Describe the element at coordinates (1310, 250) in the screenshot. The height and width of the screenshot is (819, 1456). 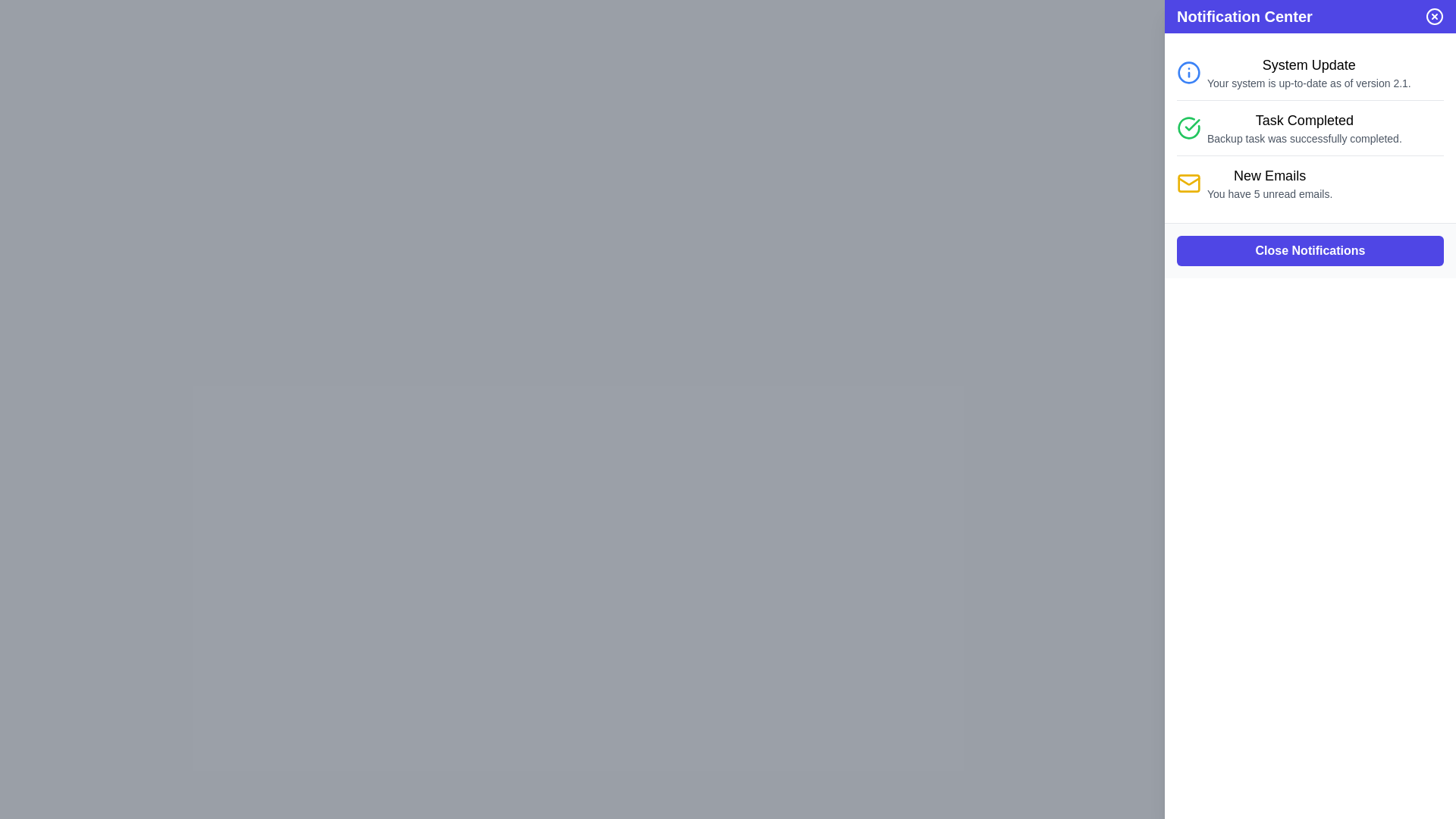
I see `the 'Close Notifications' button, which is the only interactive element in the notification panel` at that location.